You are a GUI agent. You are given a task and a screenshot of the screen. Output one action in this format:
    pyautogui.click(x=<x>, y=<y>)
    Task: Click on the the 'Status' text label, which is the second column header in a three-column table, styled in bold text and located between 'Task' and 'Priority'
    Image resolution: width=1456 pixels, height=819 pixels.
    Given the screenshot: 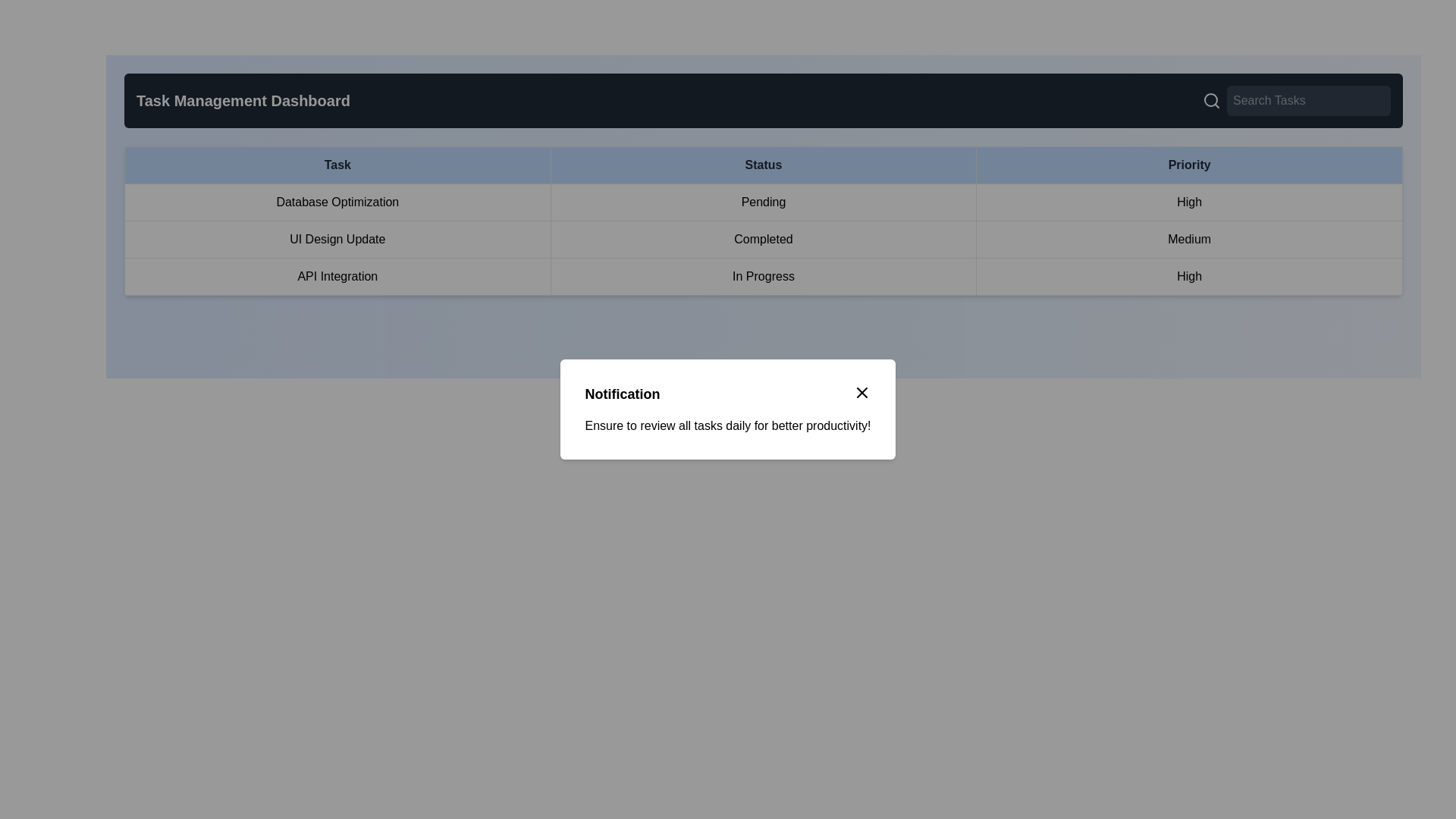 What is the action you would take?
    pyautogui.click(x=764, y=165)
    